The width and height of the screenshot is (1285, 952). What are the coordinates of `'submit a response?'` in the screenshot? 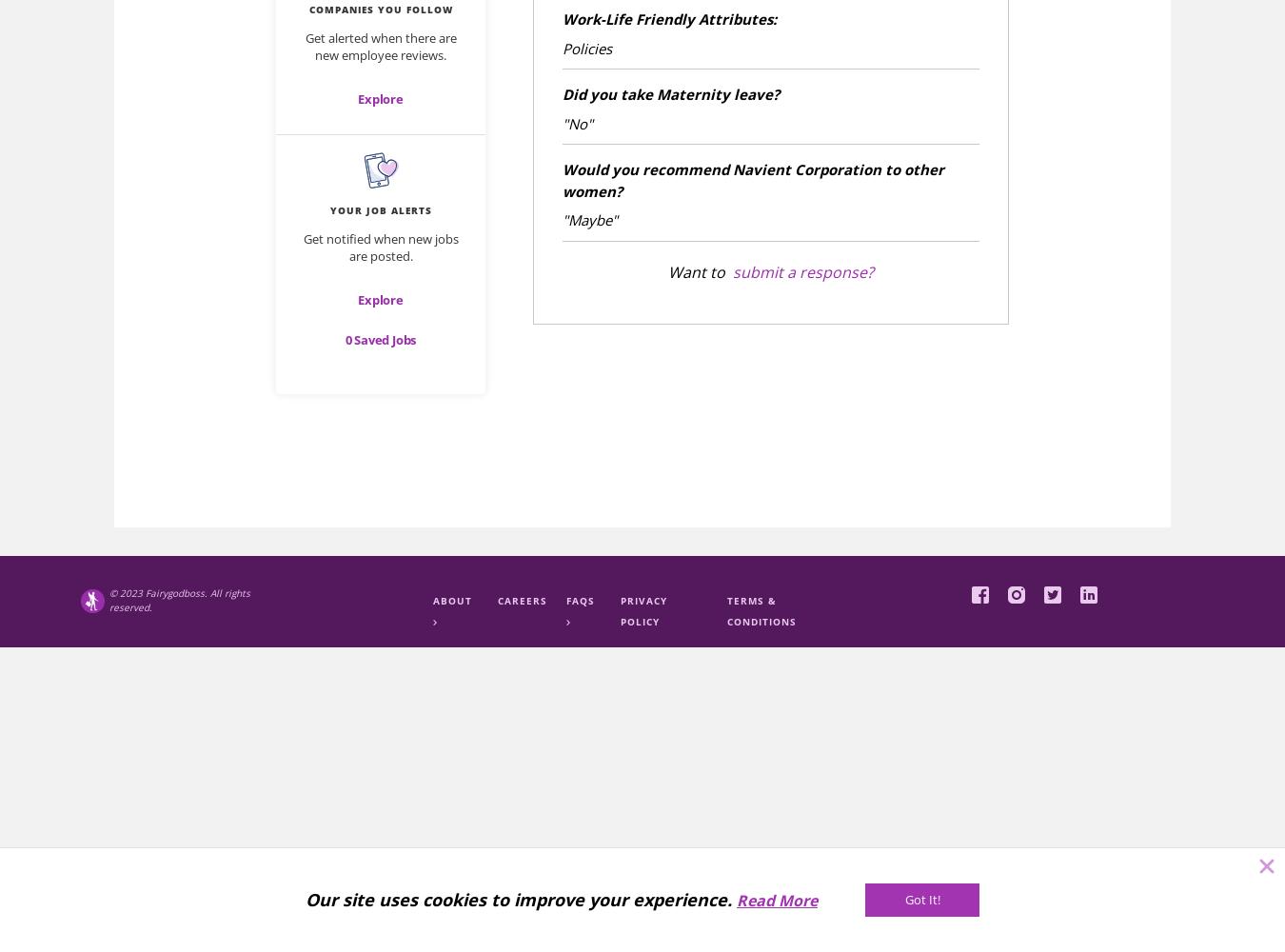 It's located at (803, 271).